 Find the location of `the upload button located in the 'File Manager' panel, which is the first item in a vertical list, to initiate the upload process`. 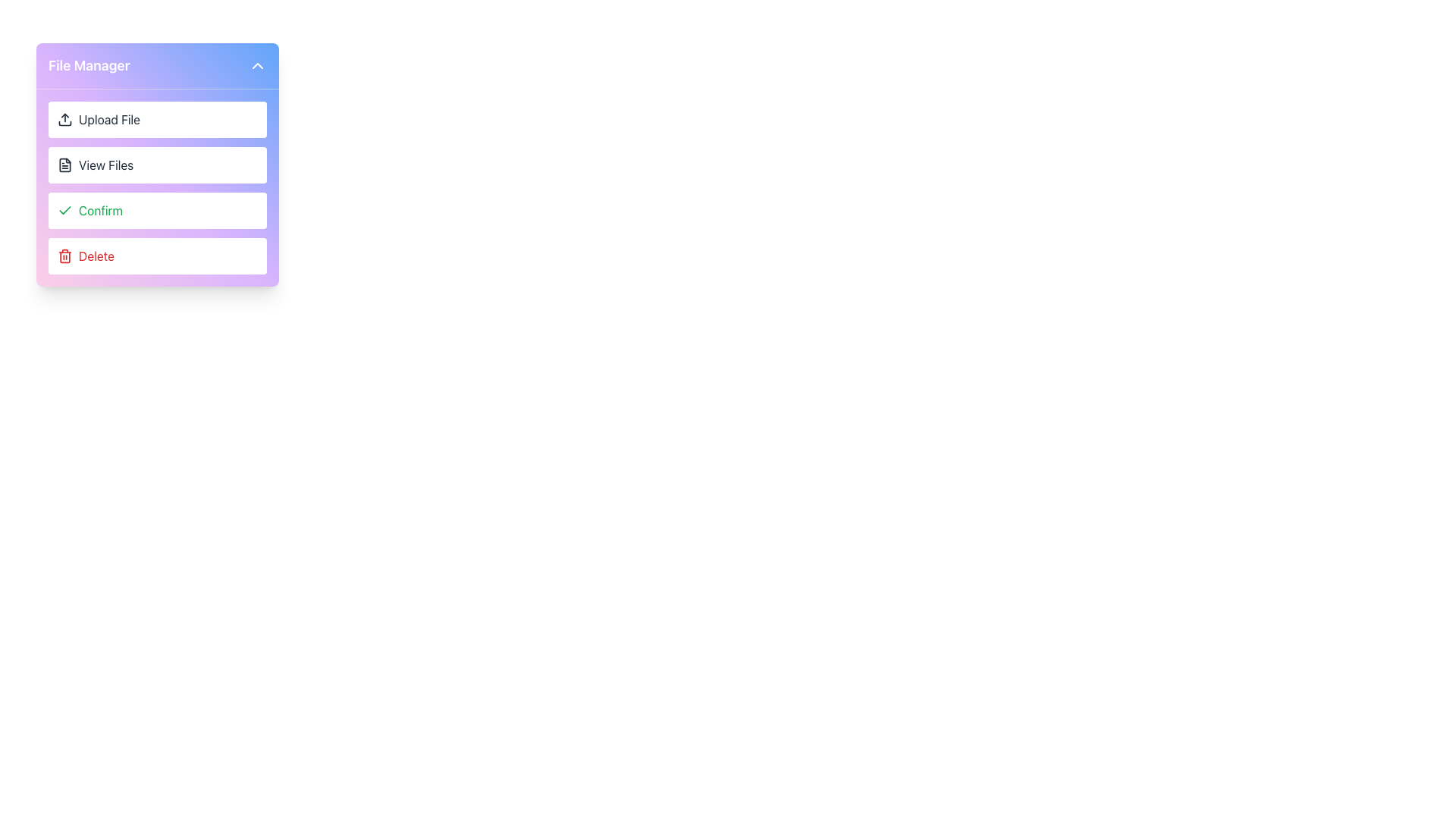

the upload button located in the 'File Manager' panel, which is the first item in a vertical list, to initiate the upload process is located at coordinates (157, 119).